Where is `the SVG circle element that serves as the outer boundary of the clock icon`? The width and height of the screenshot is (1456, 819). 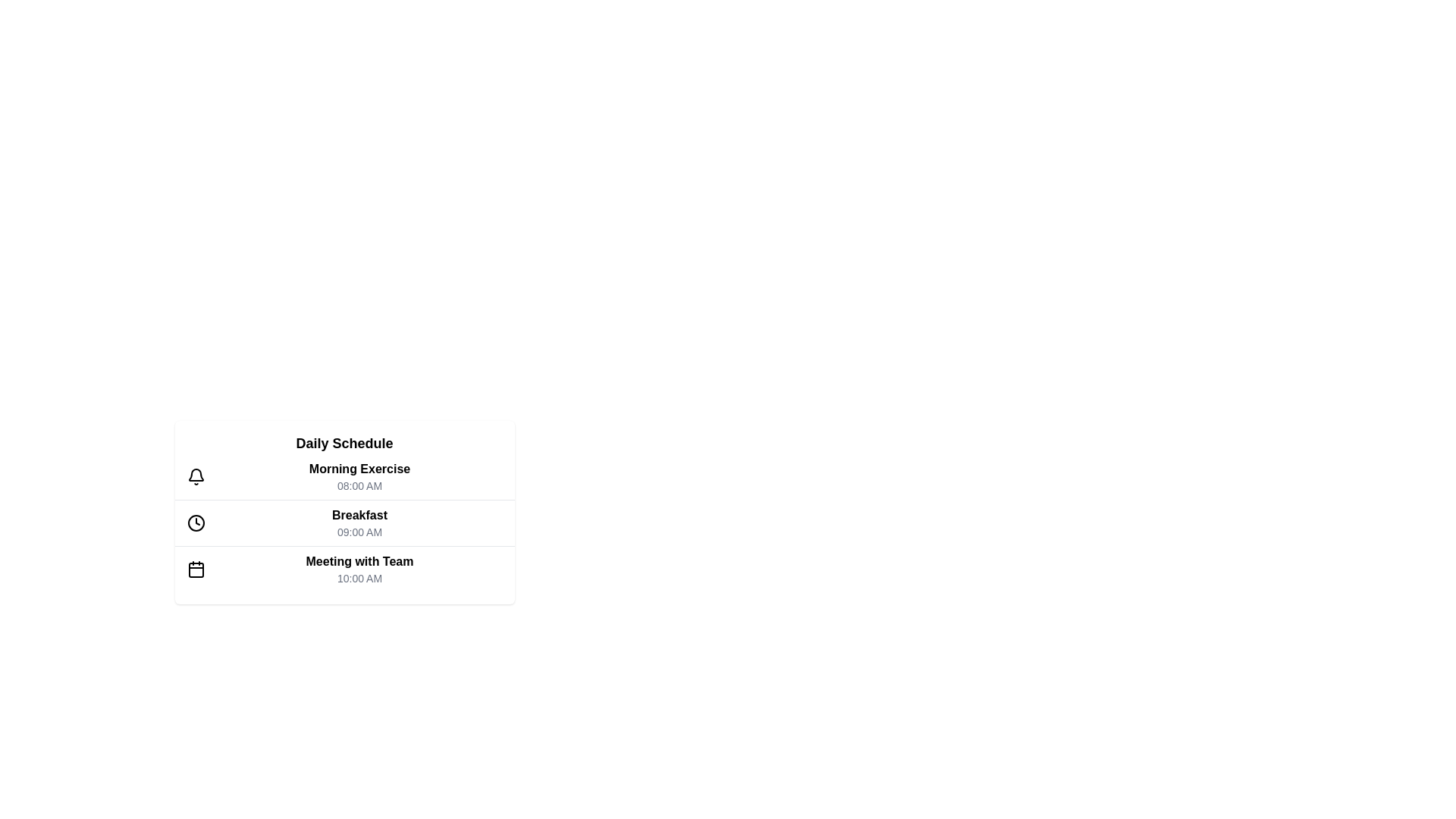
the SVG circle element that serves as the outer boundary of the clock icon is located at coordinates (195, 522).